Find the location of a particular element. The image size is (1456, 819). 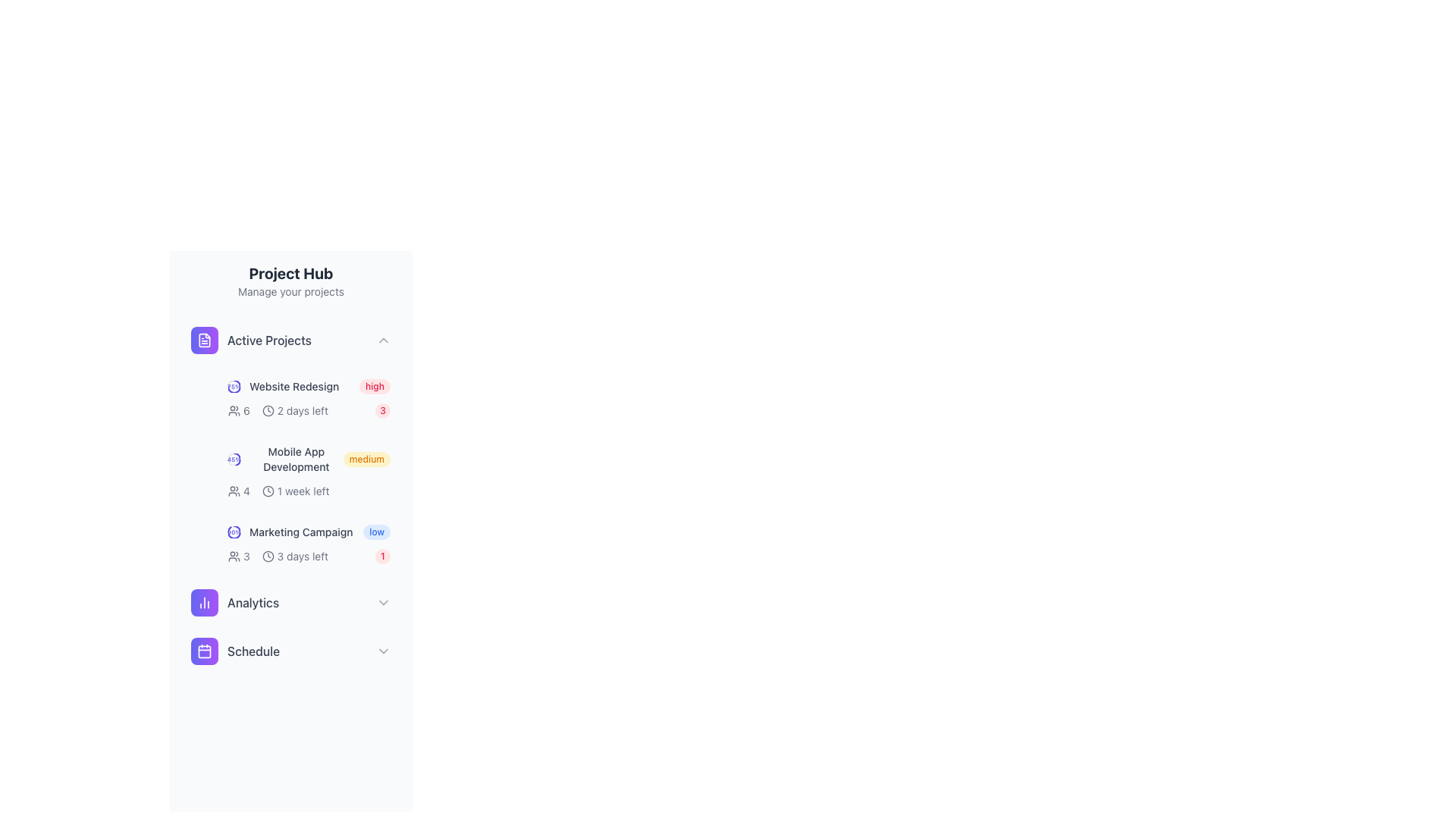

the project list item representing a project entry in the active projects list, positioned second, between 'Website Redesign' and 'Marketing Campaign' is located at coordinates (309, 470).